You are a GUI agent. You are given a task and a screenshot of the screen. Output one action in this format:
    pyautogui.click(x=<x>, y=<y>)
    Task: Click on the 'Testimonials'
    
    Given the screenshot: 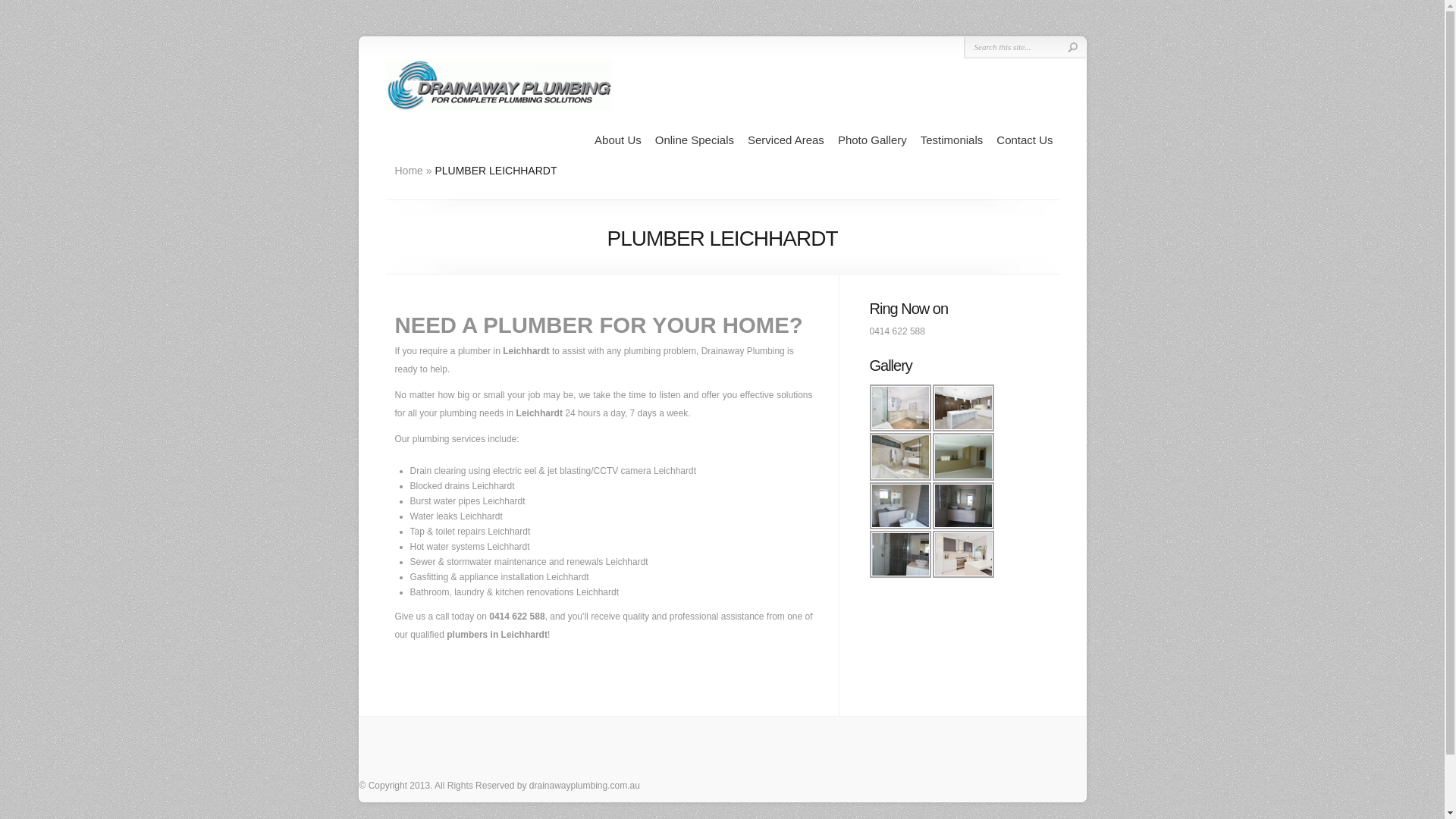 What is the action you would take?
    pyautogui.click(x=920, y=140)
    